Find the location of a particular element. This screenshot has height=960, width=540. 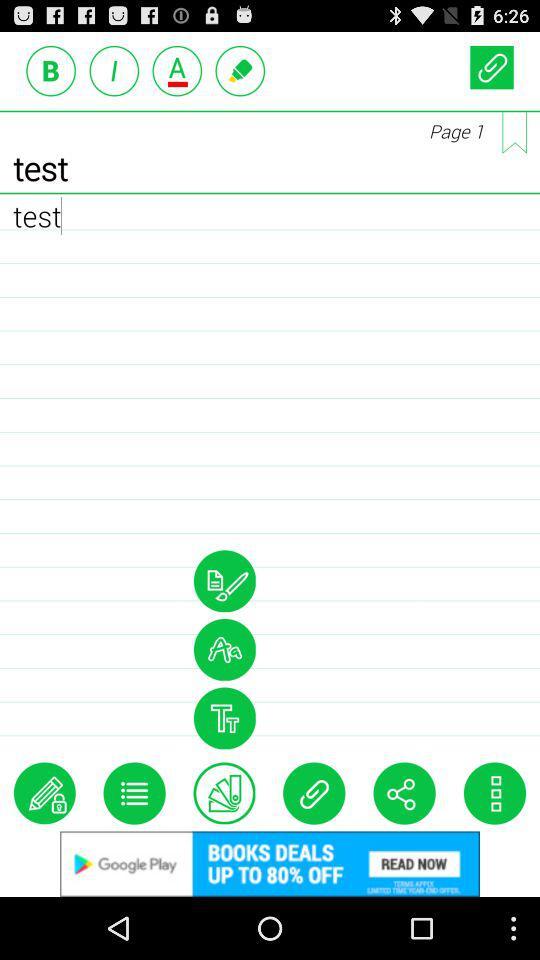

attach page button is located at coordinates (490, 67).